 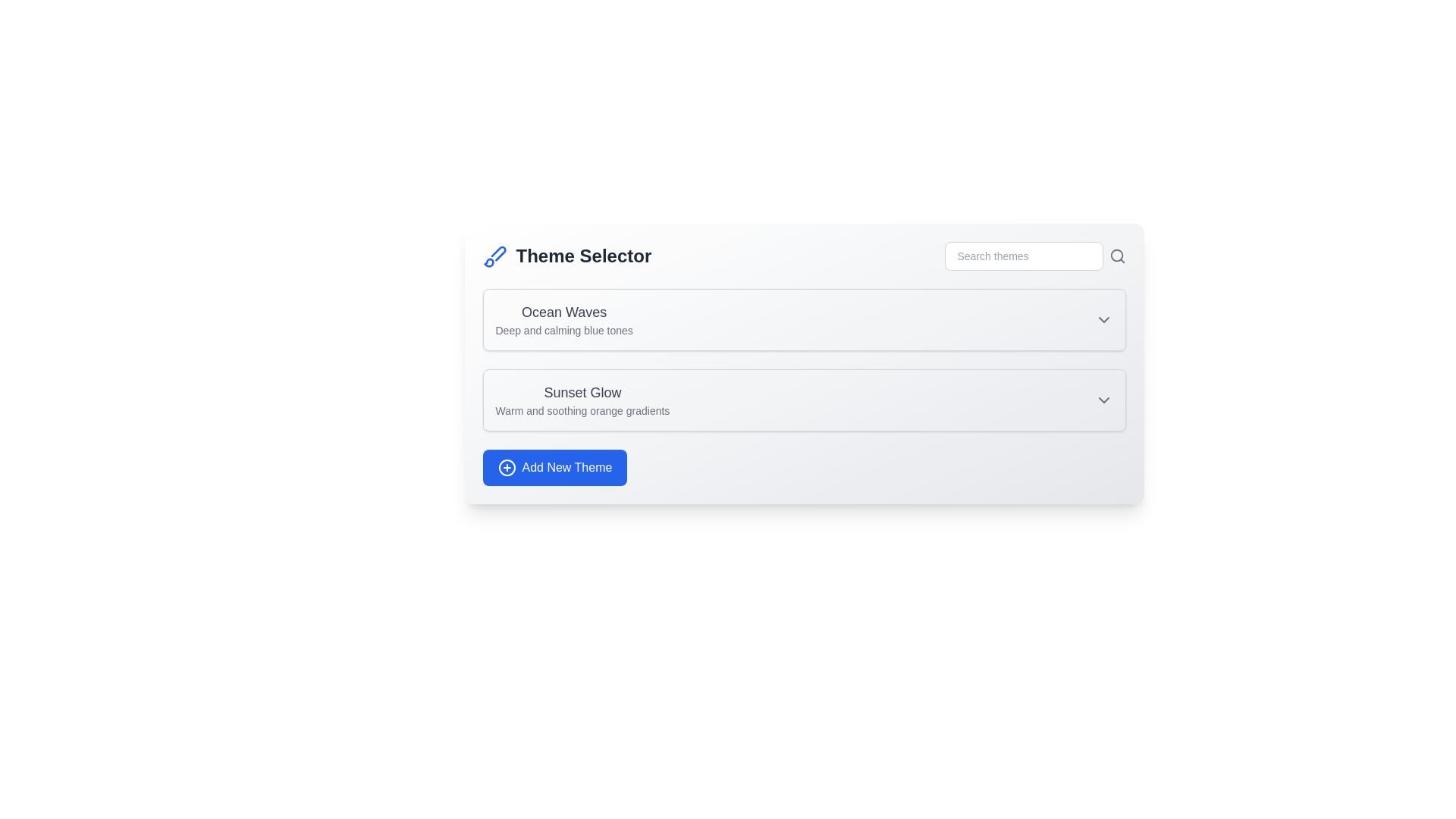 What do you see at coordinates (507, 467) in the screenshot?
I see `the circular icon with a plus symbol inside the 'Add New Theme' button` at bounding box center [507, 467].